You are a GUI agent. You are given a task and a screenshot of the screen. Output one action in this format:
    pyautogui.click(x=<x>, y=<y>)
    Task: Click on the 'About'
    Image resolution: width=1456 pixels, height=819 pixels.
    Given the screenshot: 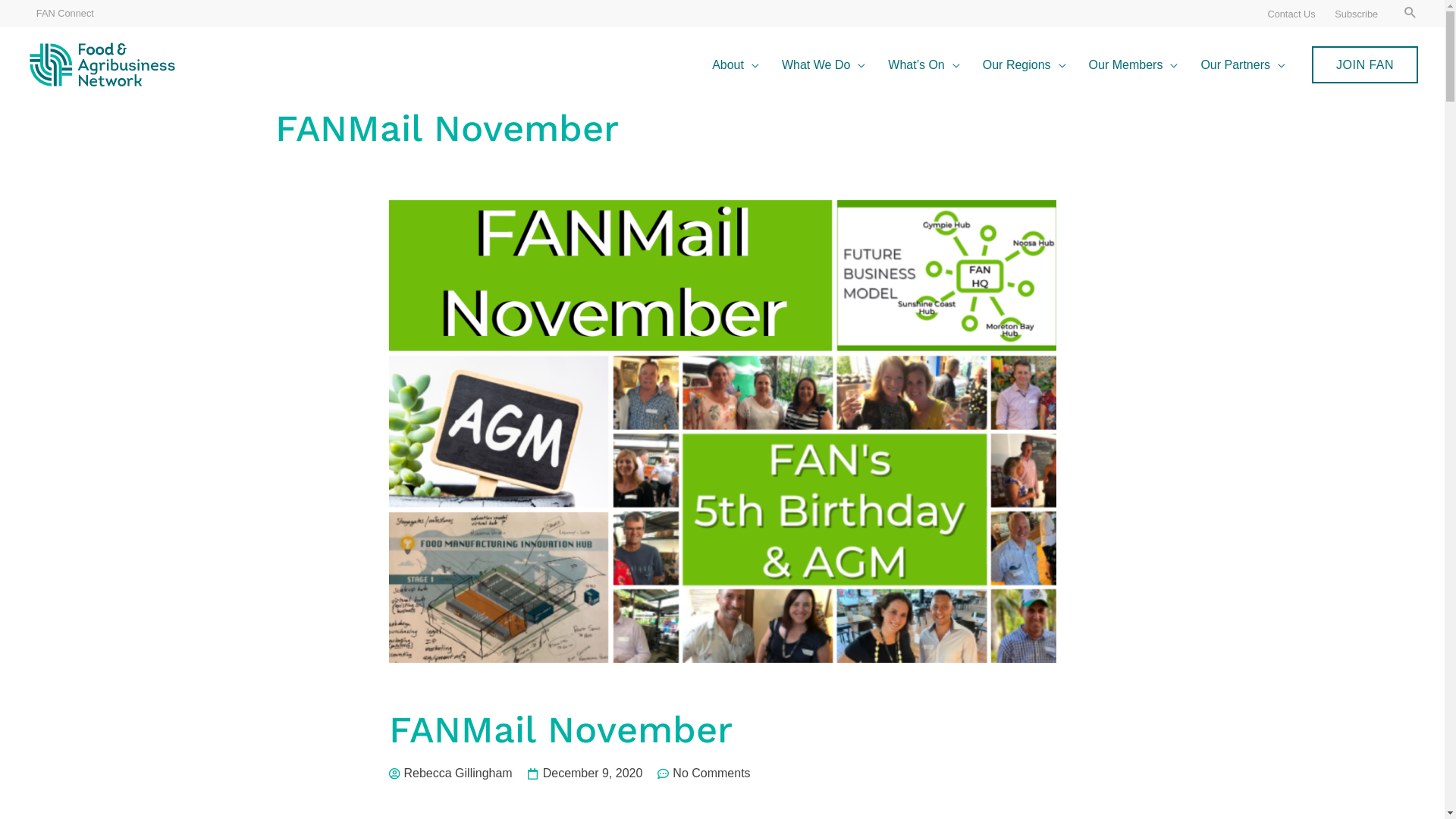 What is the action you would take?
    pyautogui.click(x=735, y=64)
    